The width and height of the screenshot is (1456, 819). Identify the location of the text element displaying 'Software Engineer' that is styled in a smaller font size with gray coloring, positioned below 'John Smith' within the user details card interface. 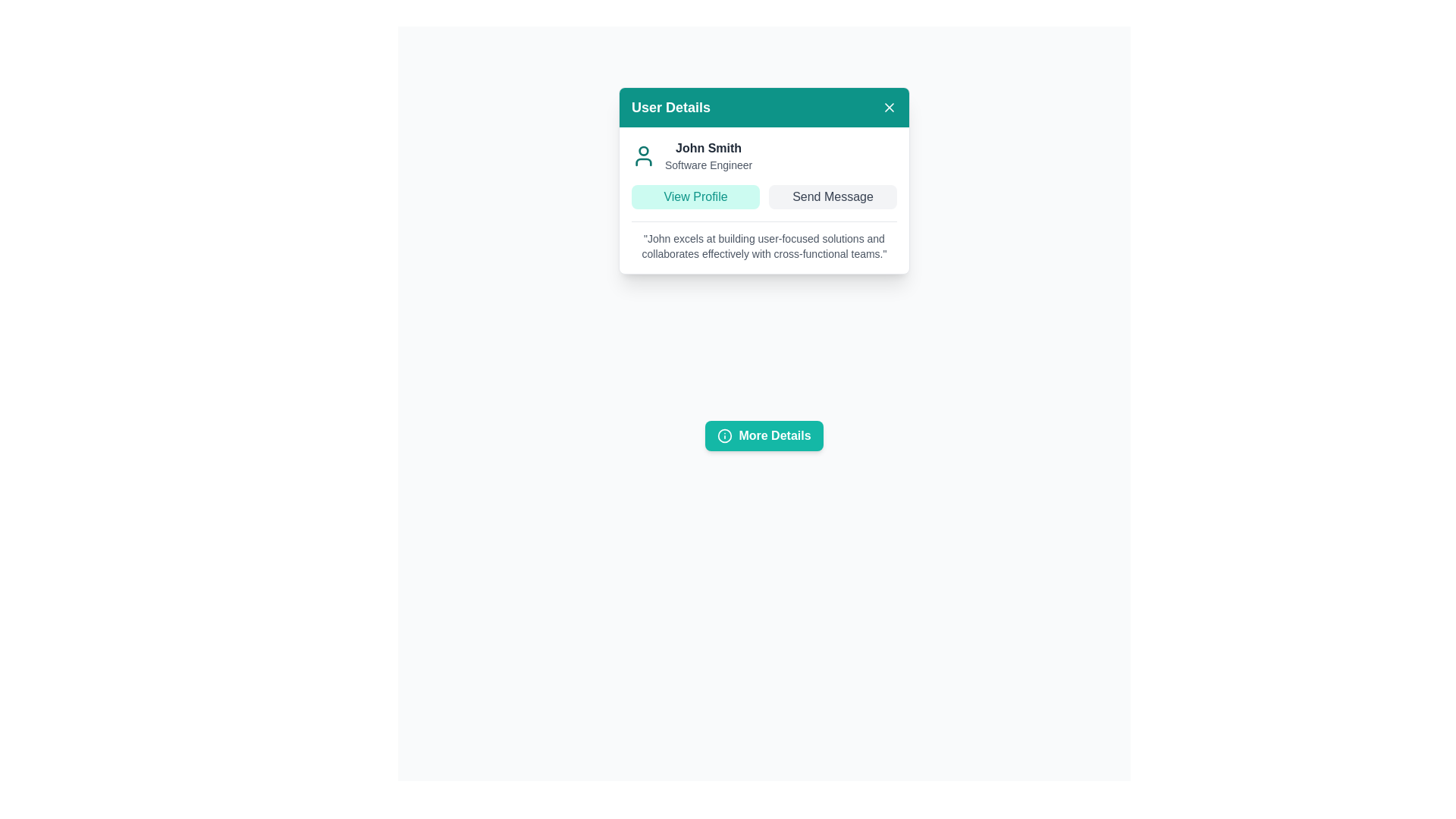
(708, 165).